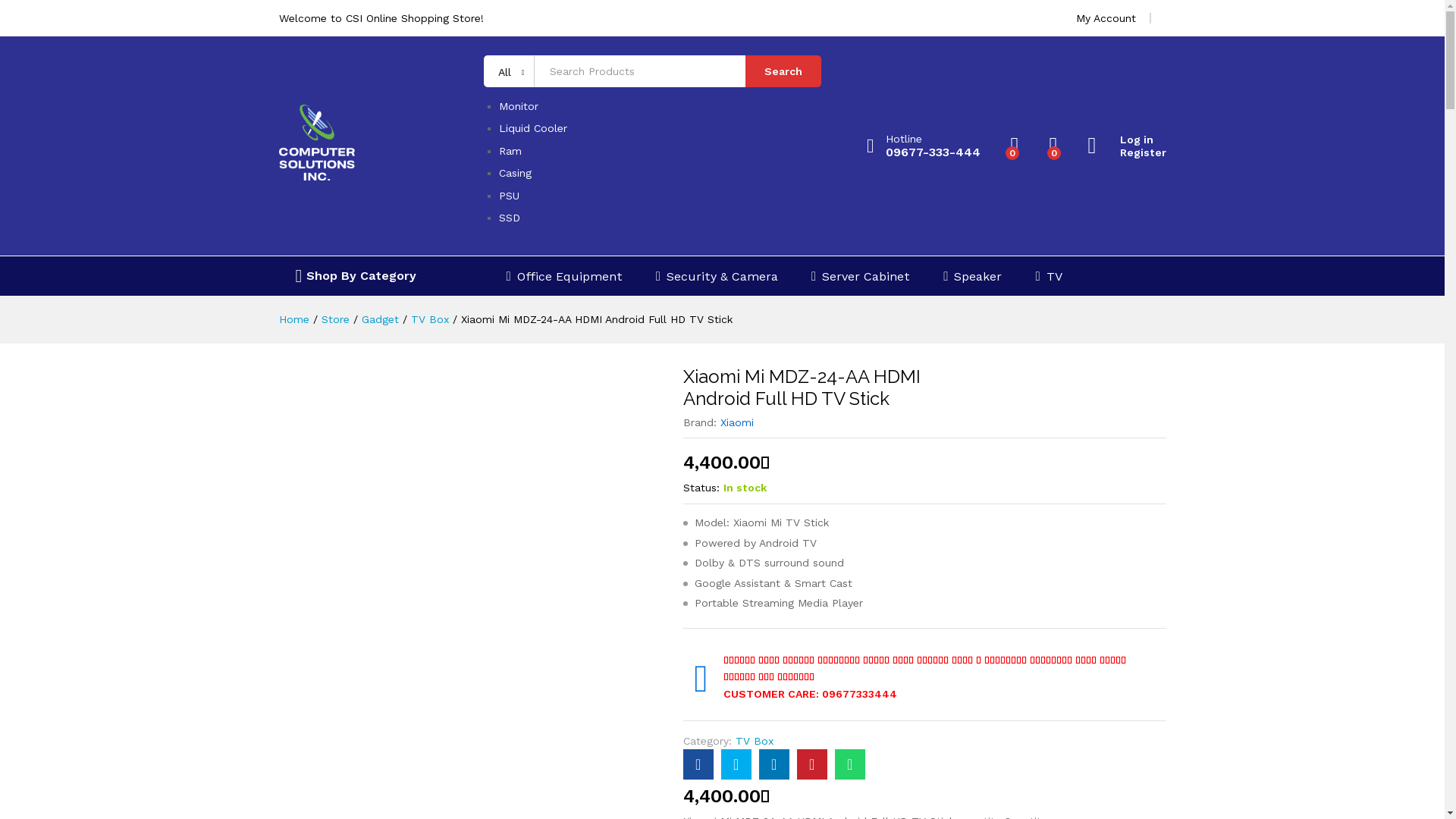 Image resolution: width=1456 pixels, height=819 pixels. What do you see at coordinates (1034, 276) in the screenshot?
I see `'TV'` at bounding box center [1034, 276].